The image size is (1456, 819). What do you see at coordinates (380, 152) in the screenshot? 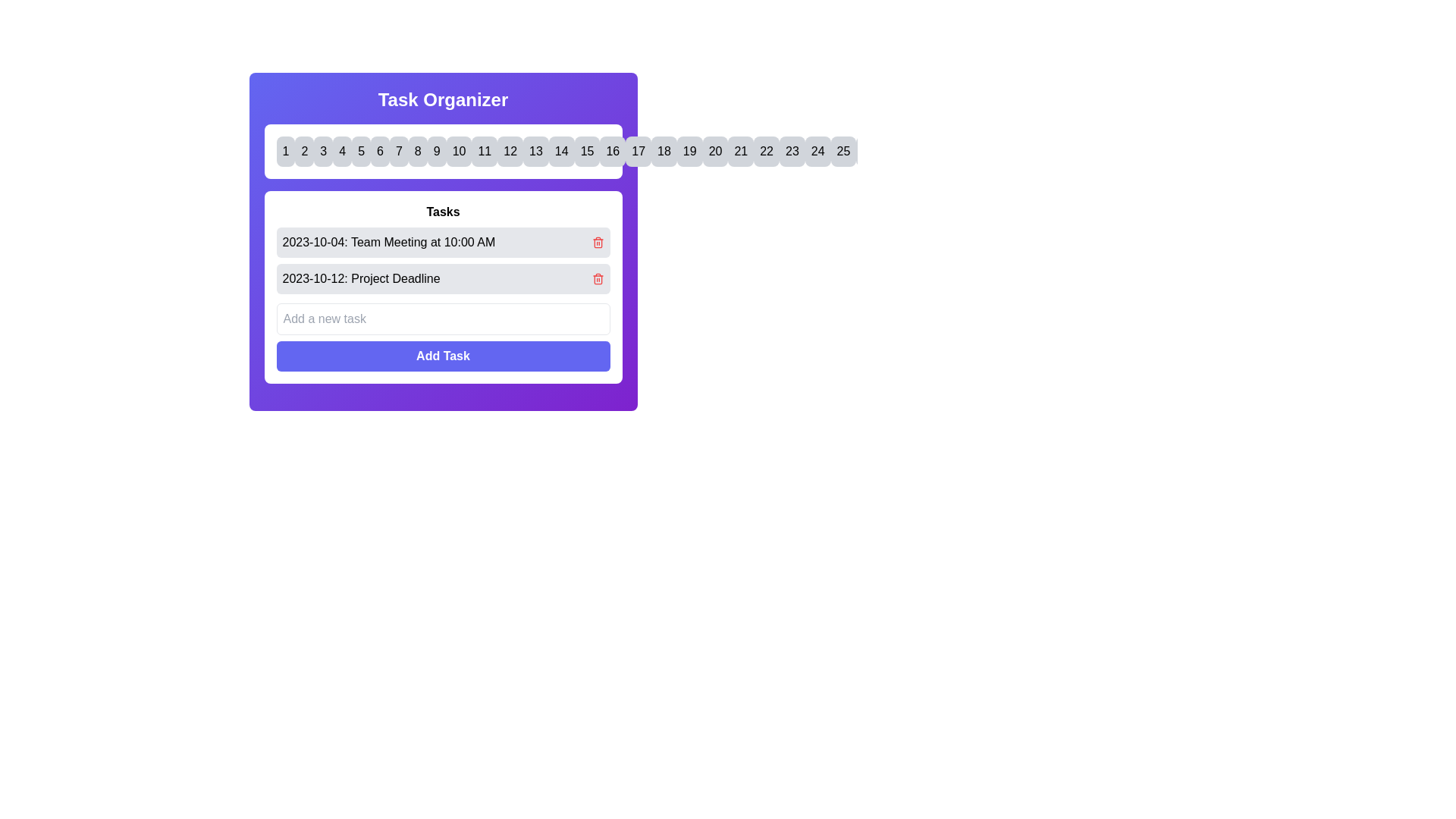
I see `the button labeled '6' with a light gray background` at bounding box center [380, 152].